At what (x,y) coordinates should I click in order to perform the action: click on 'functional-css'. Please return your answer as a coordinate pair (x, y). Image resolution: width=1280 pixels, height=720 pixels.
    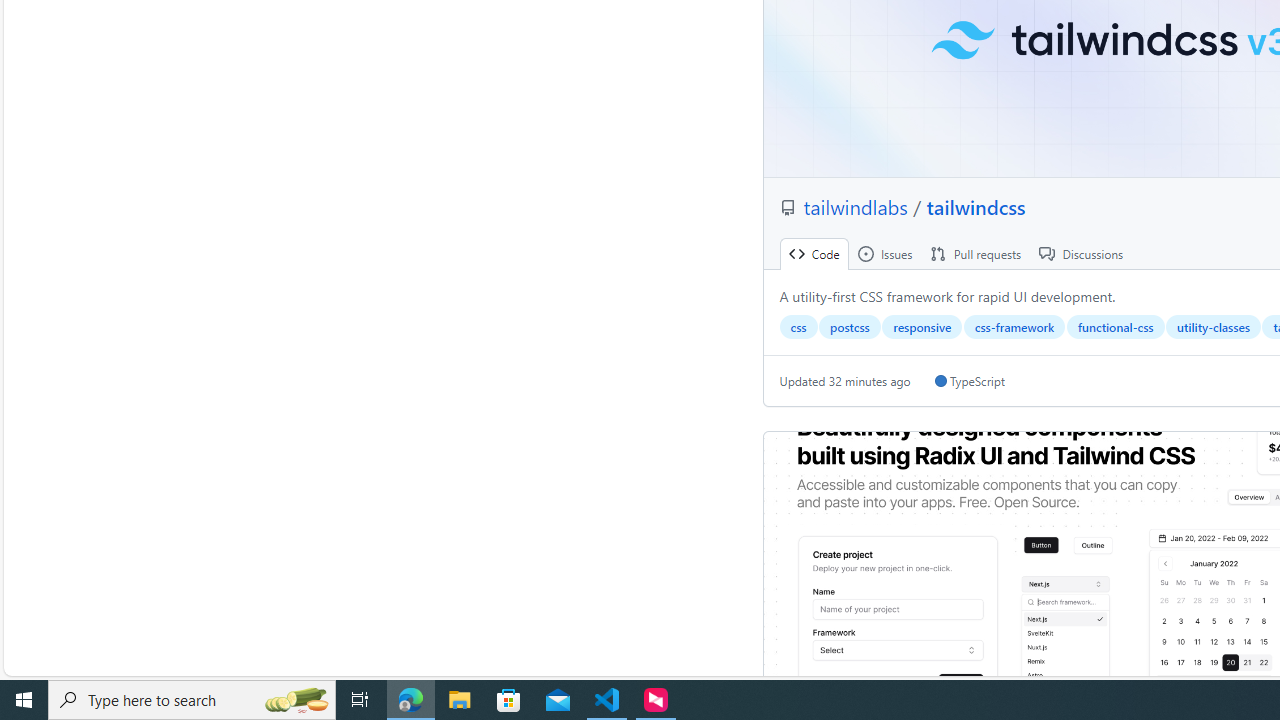
    Looking at the image, I should click on (1114, 326).